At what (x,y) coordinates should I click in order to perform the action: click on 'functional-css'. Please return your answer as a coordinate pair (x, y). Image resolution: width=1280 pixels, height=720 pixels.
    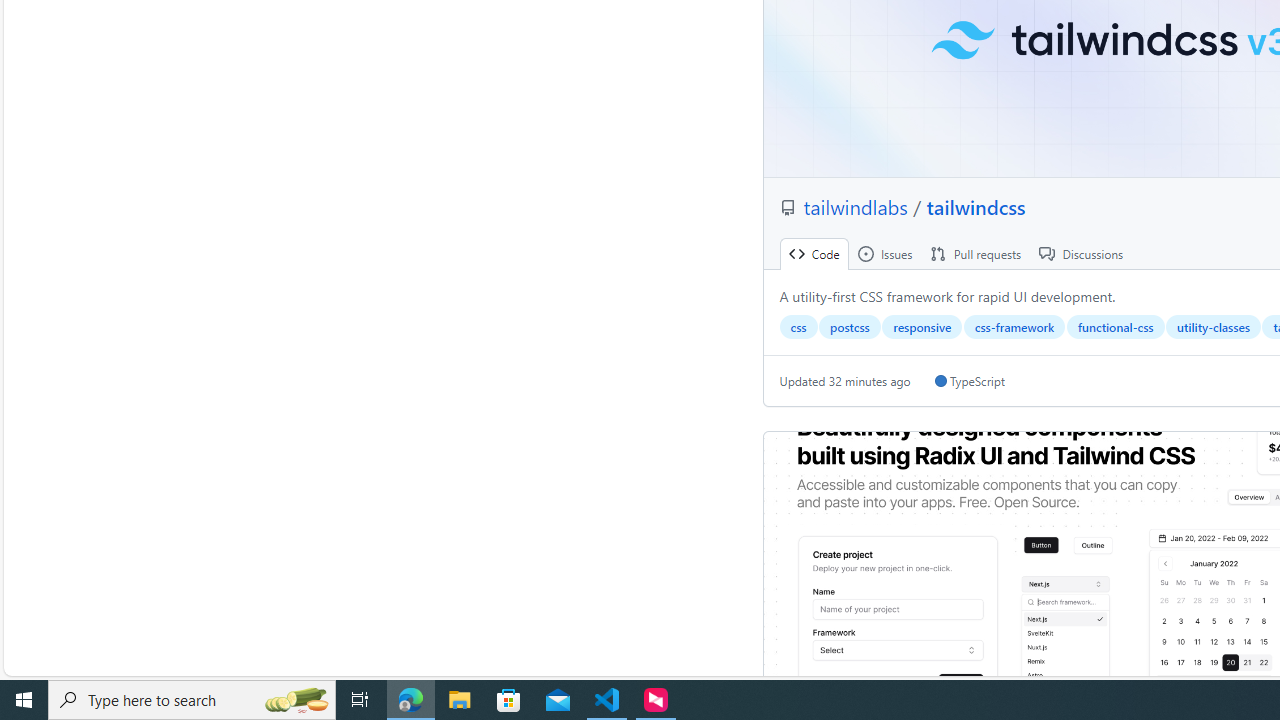
    Looking at the image, I should click on (1114, 326).